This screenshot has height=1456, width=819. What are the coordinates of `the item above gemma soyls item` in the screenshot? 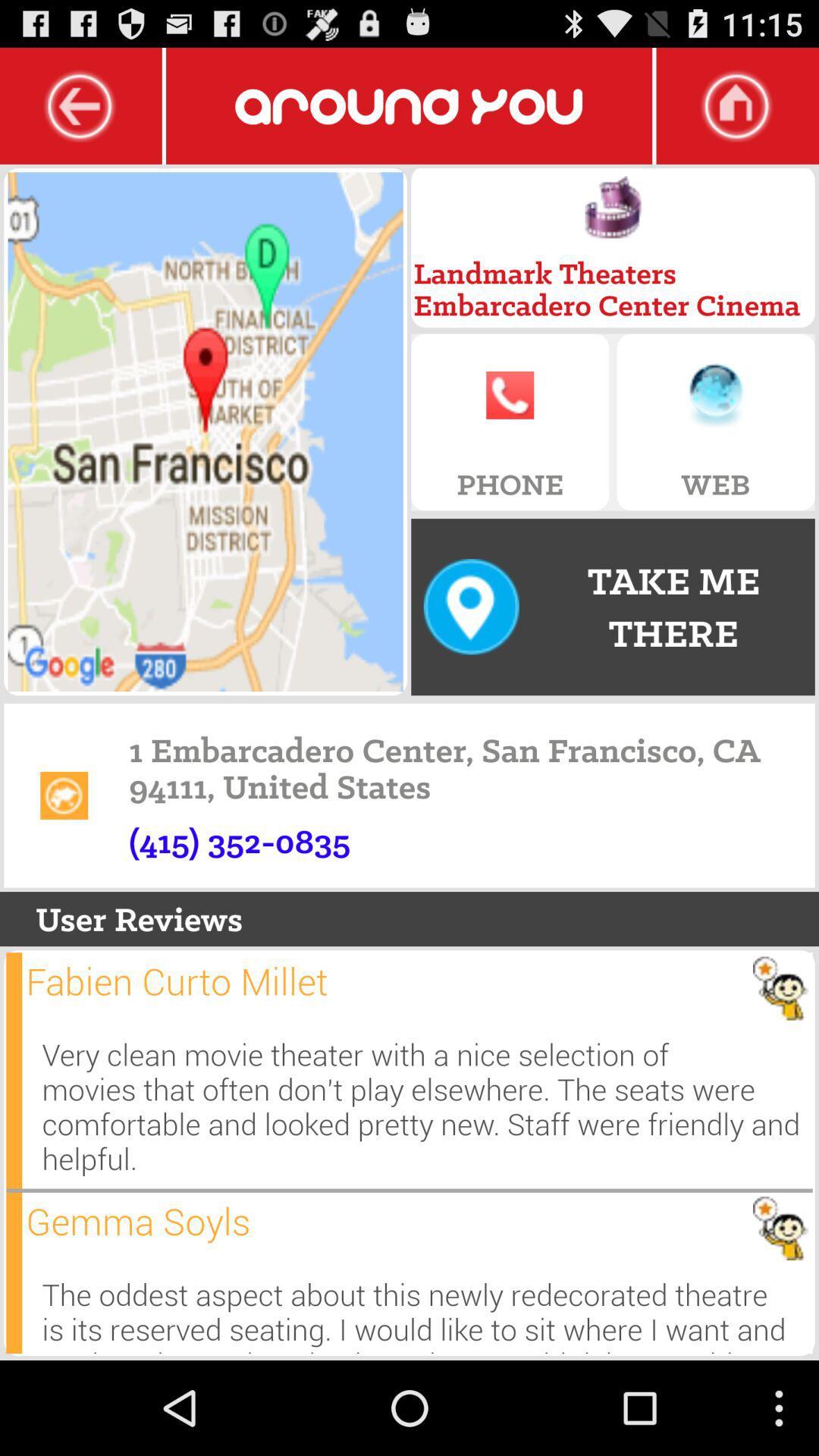 It's located at (427, 1106).